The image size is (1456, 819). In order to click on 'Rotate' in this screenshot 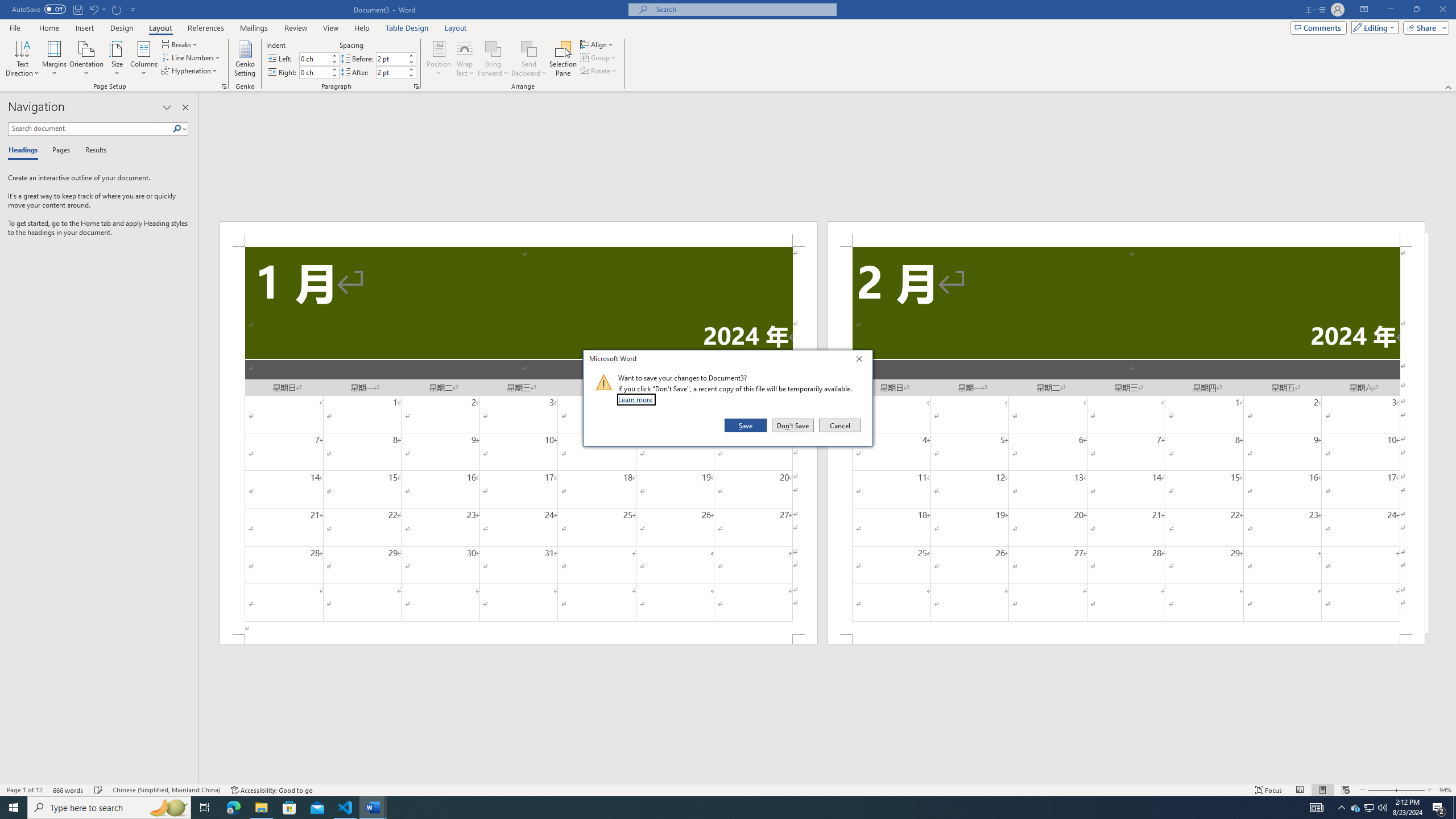, I will do `click(598, 69)`.